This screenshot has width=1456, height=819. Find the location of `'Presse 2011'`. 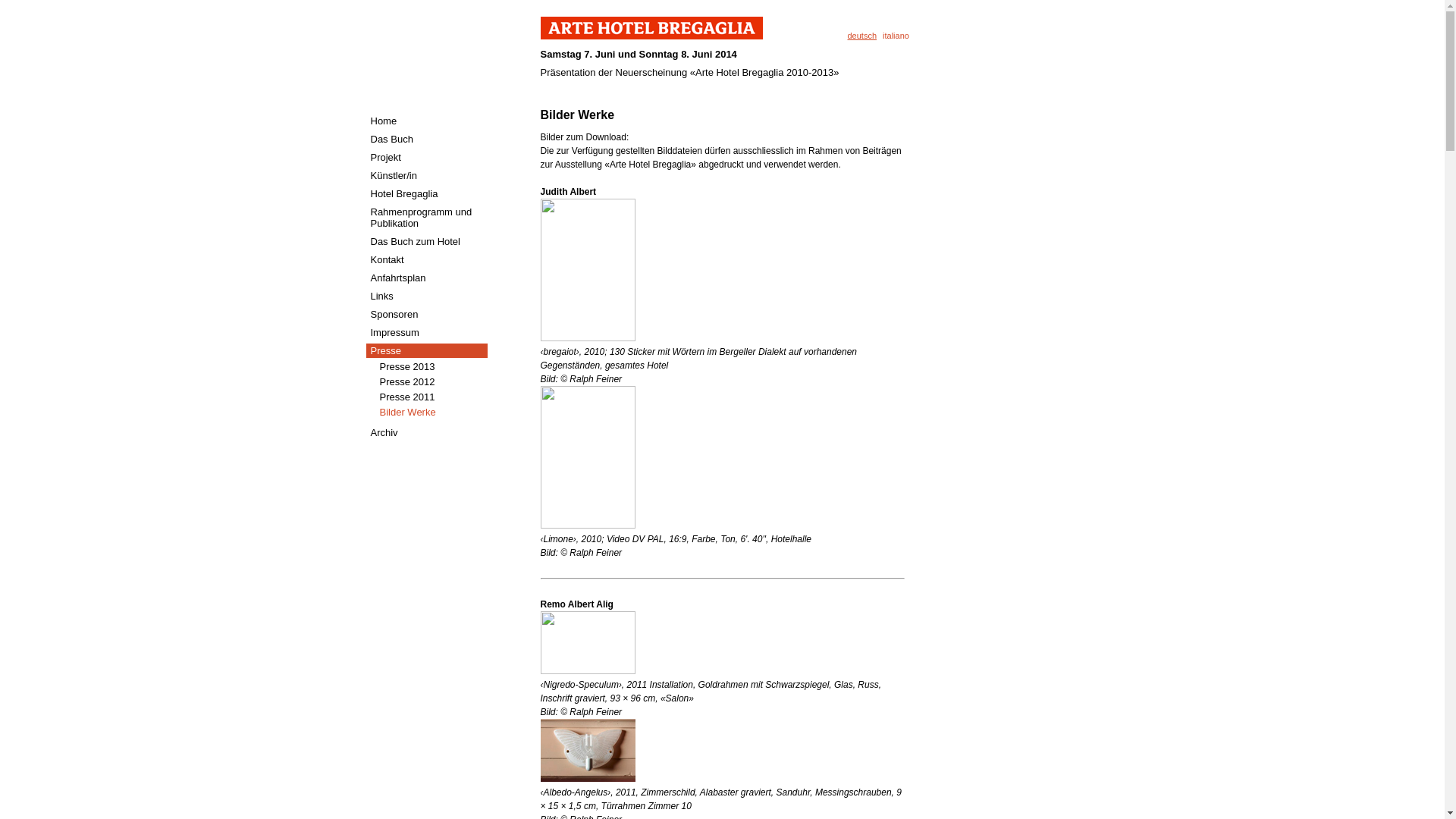

'Presse 2011' is located at coordinates (365, 396).